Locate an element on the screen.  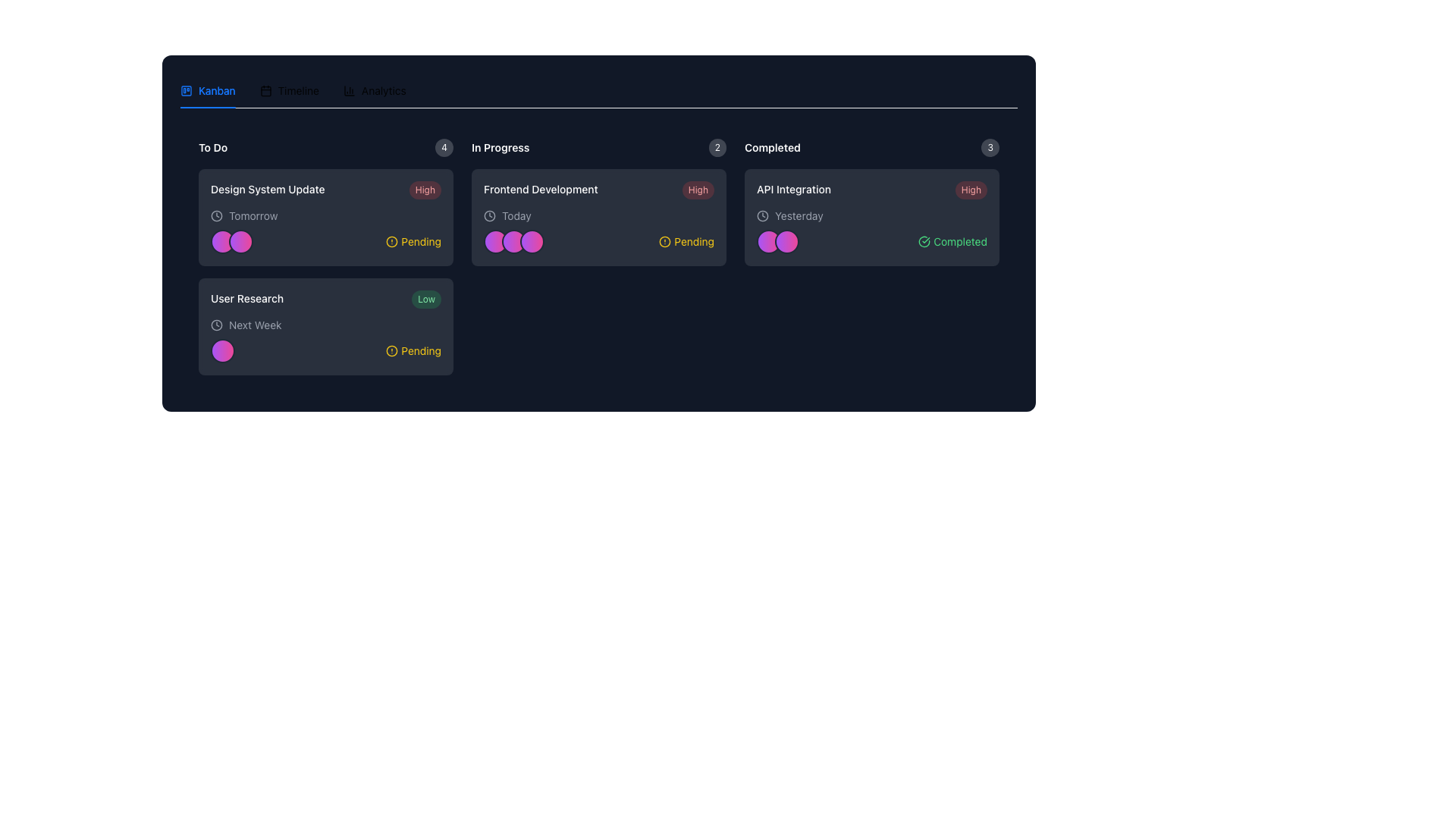
the pill-shaped badge with the text 'High' on a red background, located to the top-right of the 'API Integration' box in the 'Completed' section is located at coordinates (971, 189).